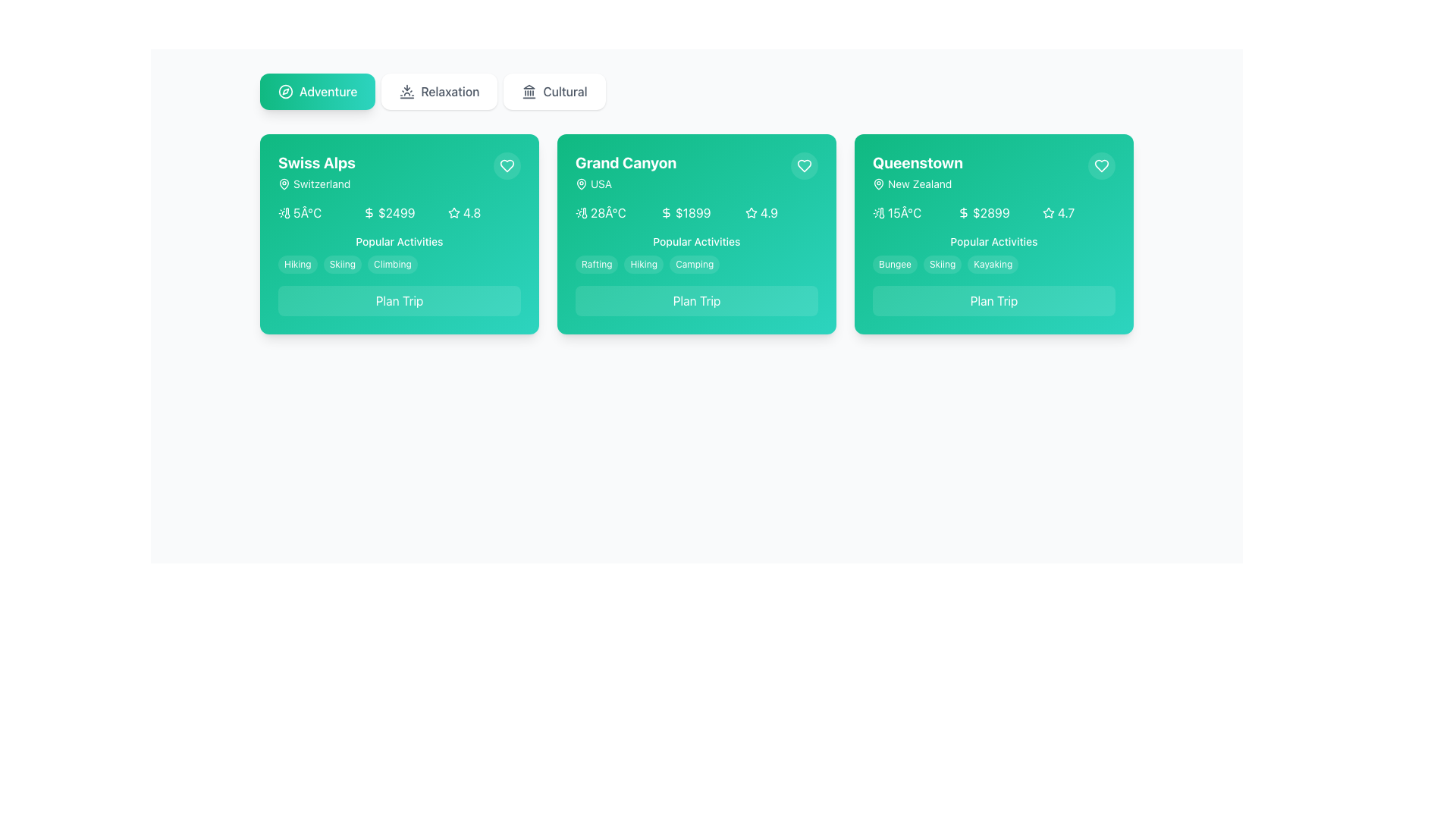  I want to click on text label displaying the country associated with the card titled 'Queenstown', located in the upper section of the rightmost card, so click(917, 184).